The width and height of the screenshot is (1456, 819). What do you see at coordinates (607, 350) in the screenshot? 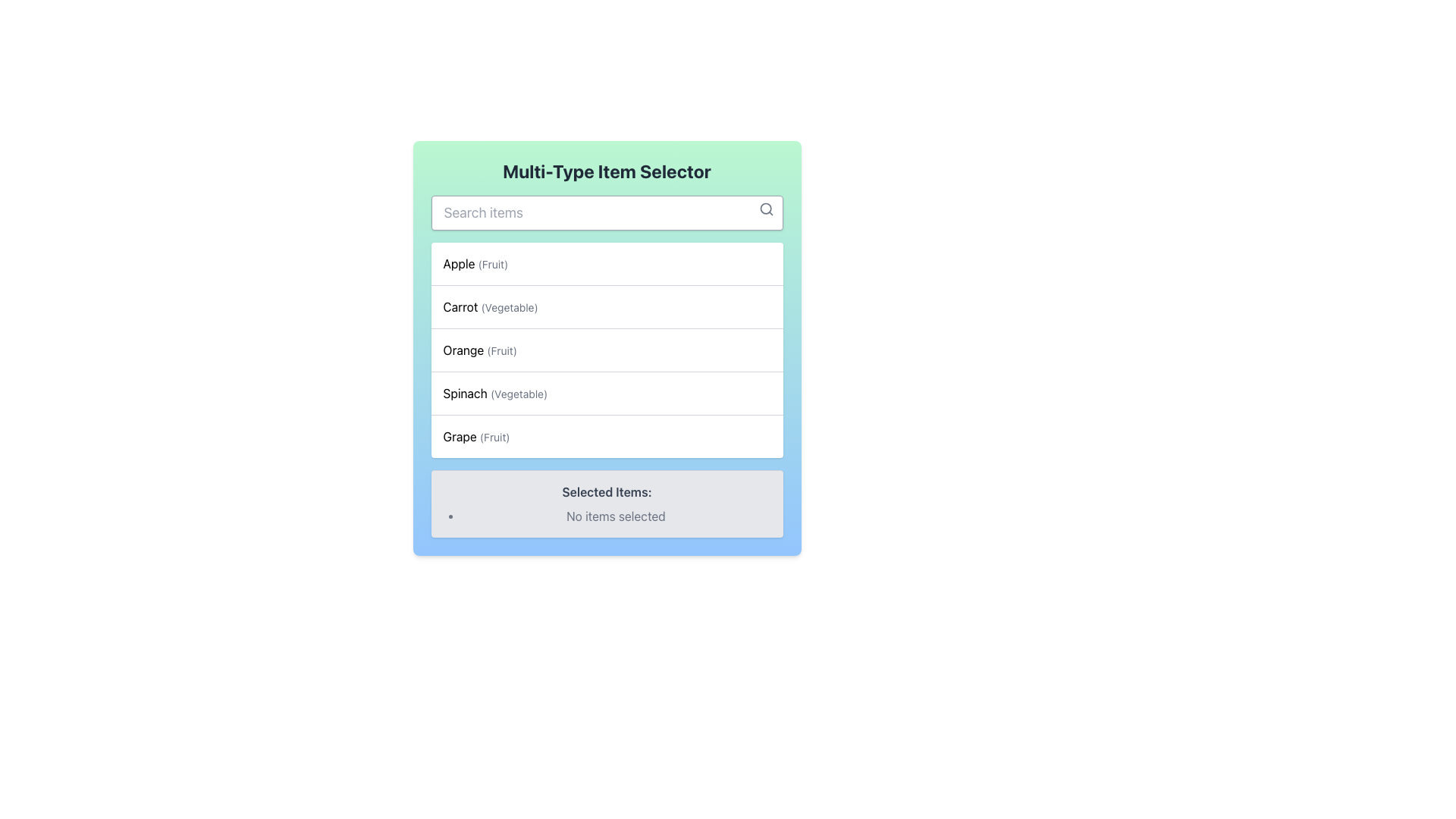
I see `the 'Orange (Fruit)' button, which is the third item in the selectable list under 'Multi-Type Item Selector', located between 'Carrot (Vegetable)' and 'Spinach (Vegetable).'` at bounding box center [607, 350].